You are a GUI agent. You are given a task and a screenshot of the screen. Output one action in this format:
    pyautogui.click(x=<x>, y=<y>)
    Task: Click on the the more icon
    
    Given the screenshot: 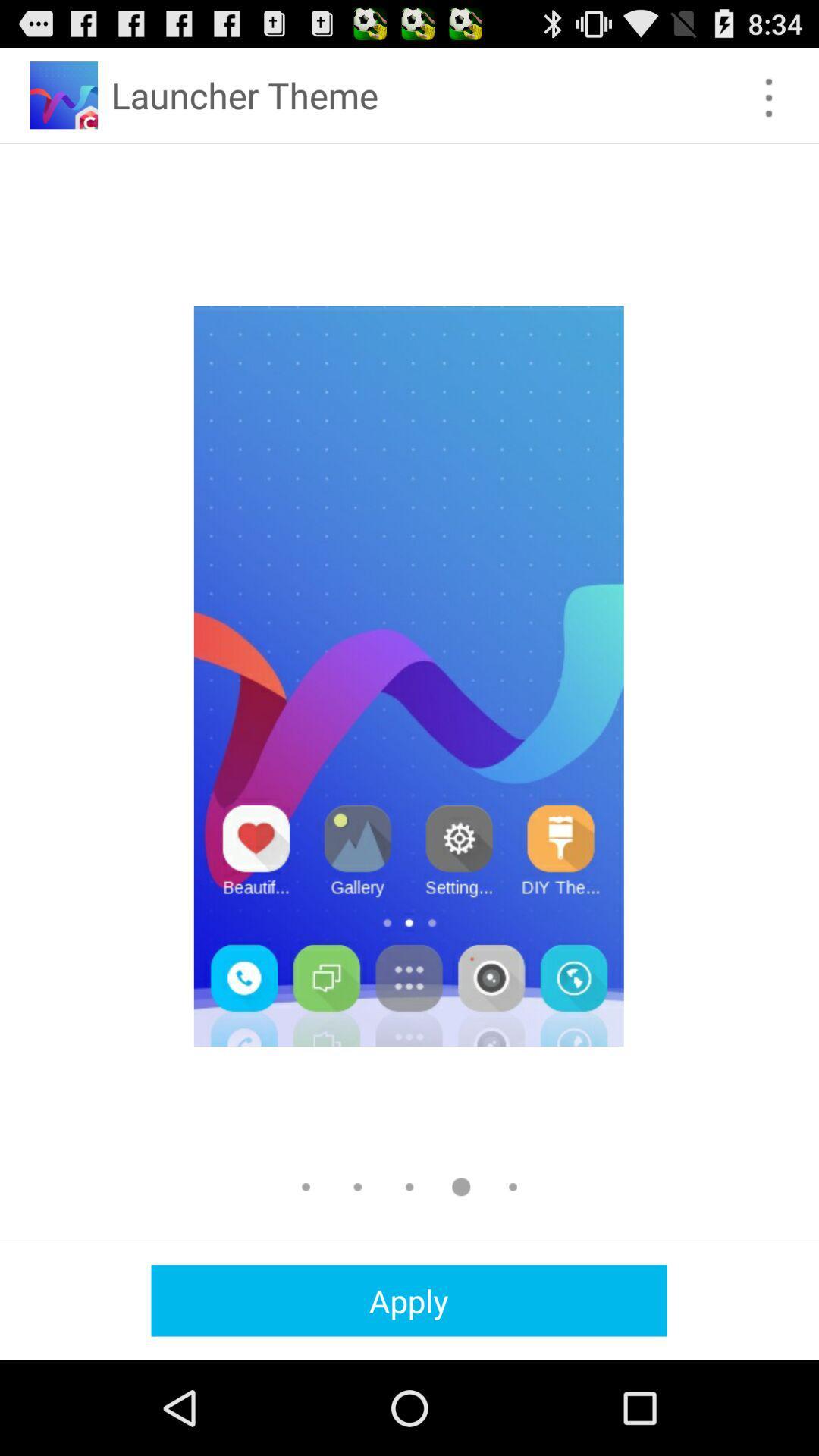 What is the action you would take?
    pyautogui.click(x=769, y=104)
    